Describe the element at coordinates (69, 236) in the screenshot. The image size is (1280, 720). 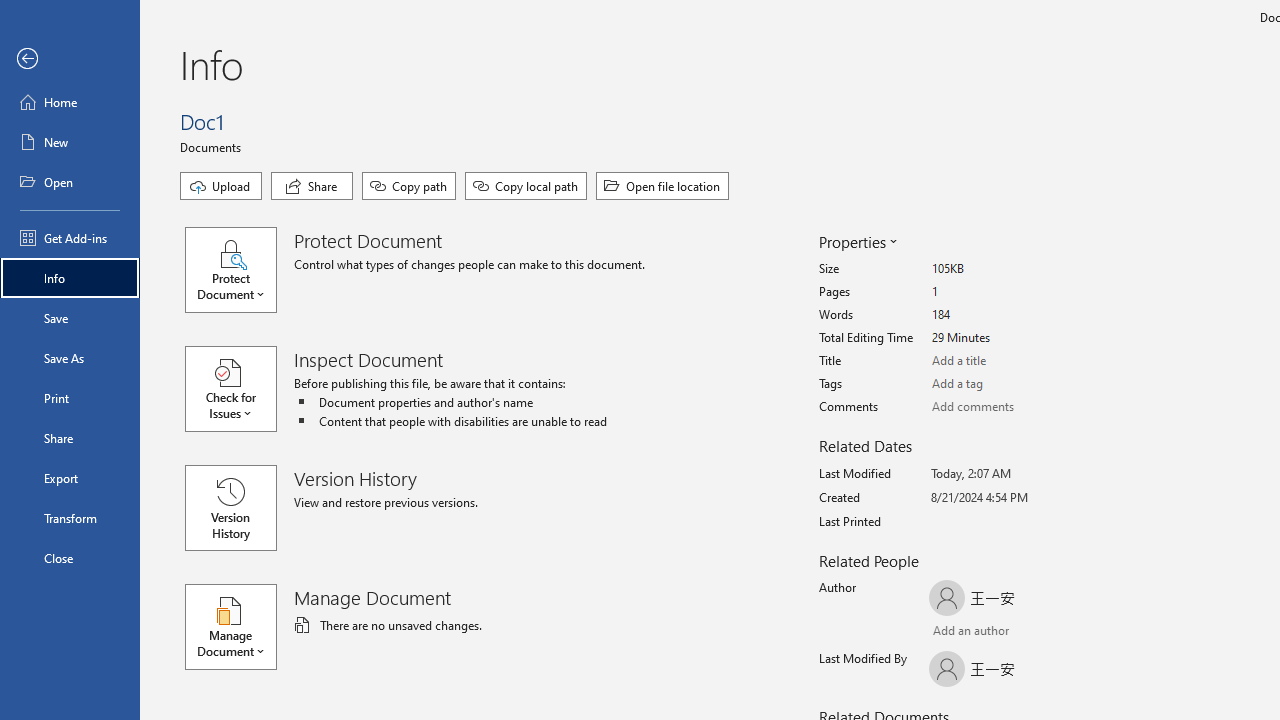
I see `'Get Add-ins'` at that location.